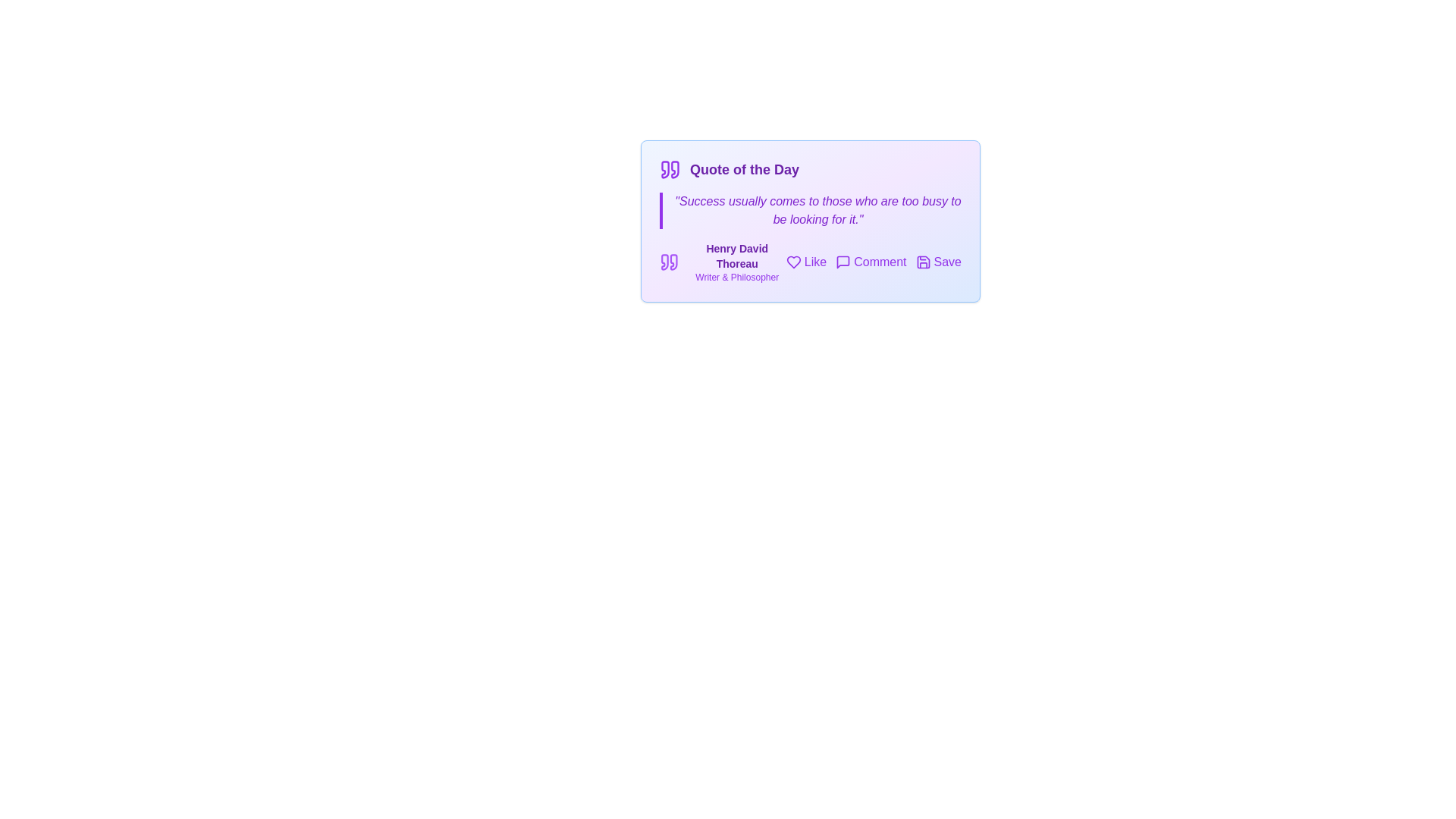  What do you see at coordinates (814, 262) in the screenshot?
I see `the Text label that indicates the purpose of the associated interactive heart icon` at bounding box center [814, 262].